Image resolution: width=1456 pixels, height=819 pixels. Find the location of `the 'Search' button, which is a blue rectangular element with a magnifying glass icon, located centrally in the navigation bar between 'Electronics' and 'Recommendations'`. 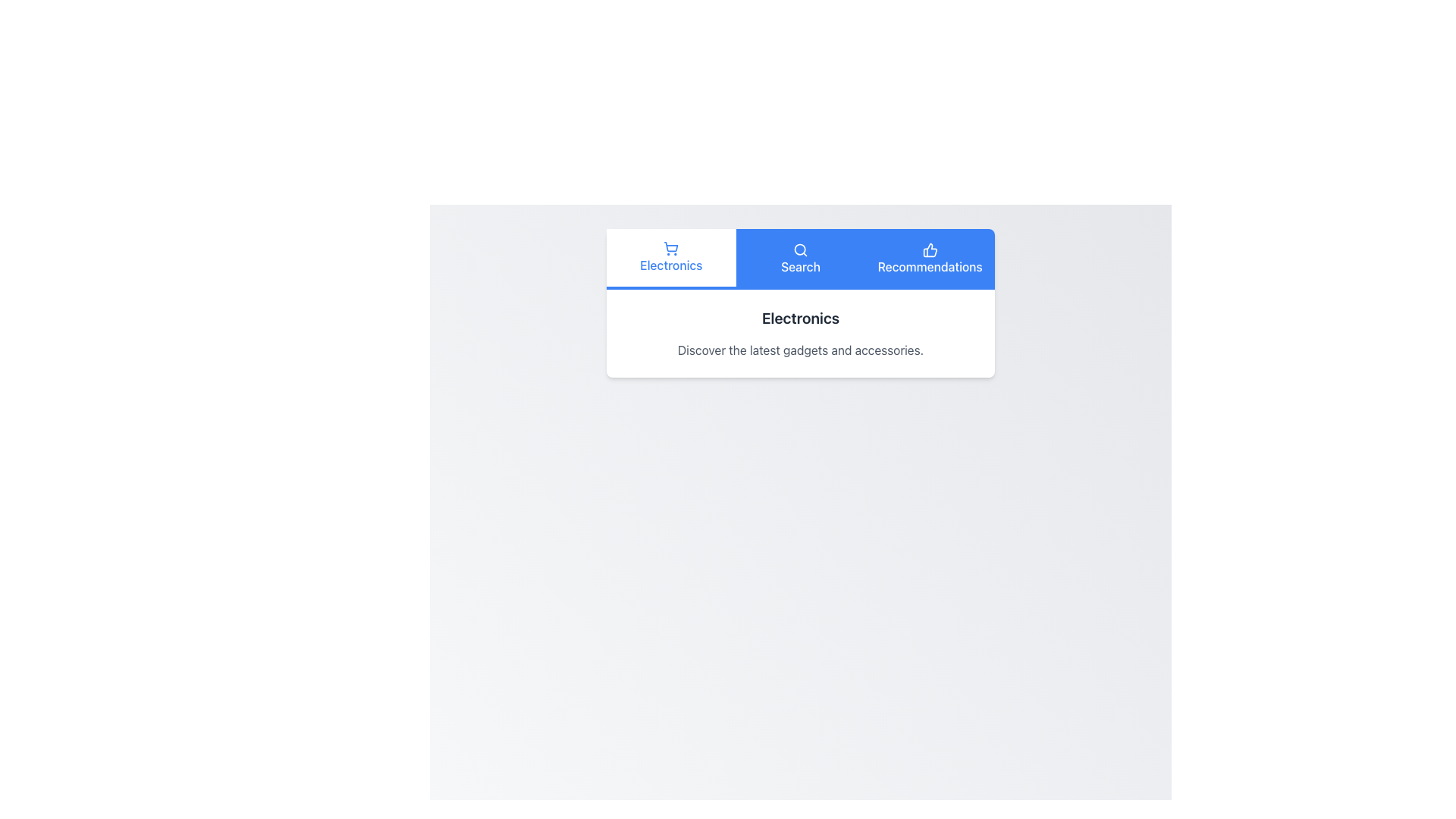

the 'Search' button, which is a blue rectangular element with a magnifying glass icon, located centrally in the navigation bar between 'Electronics' and 'Recommendations' is located at coordinates (800, 259).